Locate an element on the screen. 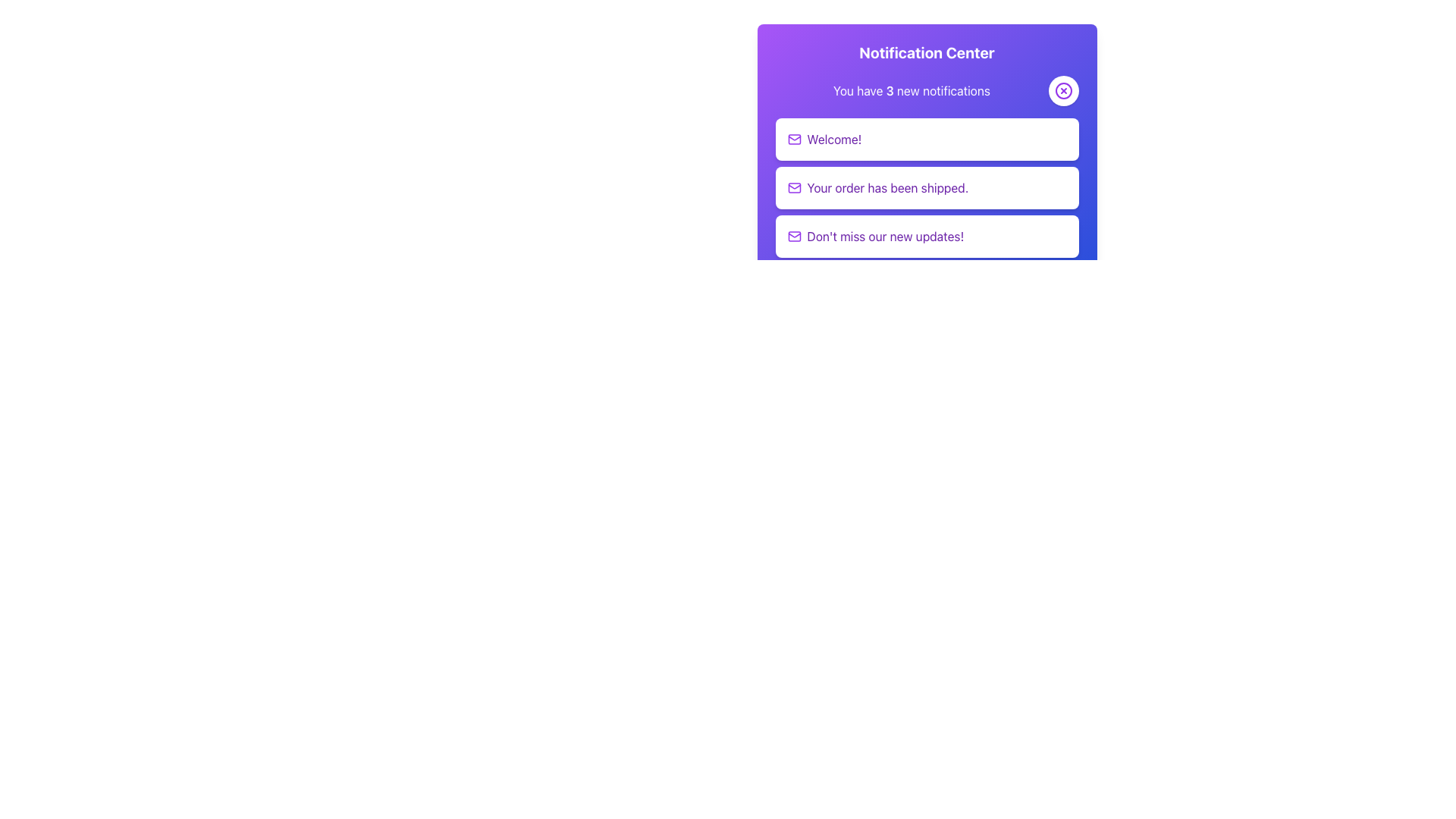 The image size is (1456, 819). the envelope icon representing an email or message associated with the notification 'Your order has been shipped.' located in the second notification entry is located at coordinates (793, 187).